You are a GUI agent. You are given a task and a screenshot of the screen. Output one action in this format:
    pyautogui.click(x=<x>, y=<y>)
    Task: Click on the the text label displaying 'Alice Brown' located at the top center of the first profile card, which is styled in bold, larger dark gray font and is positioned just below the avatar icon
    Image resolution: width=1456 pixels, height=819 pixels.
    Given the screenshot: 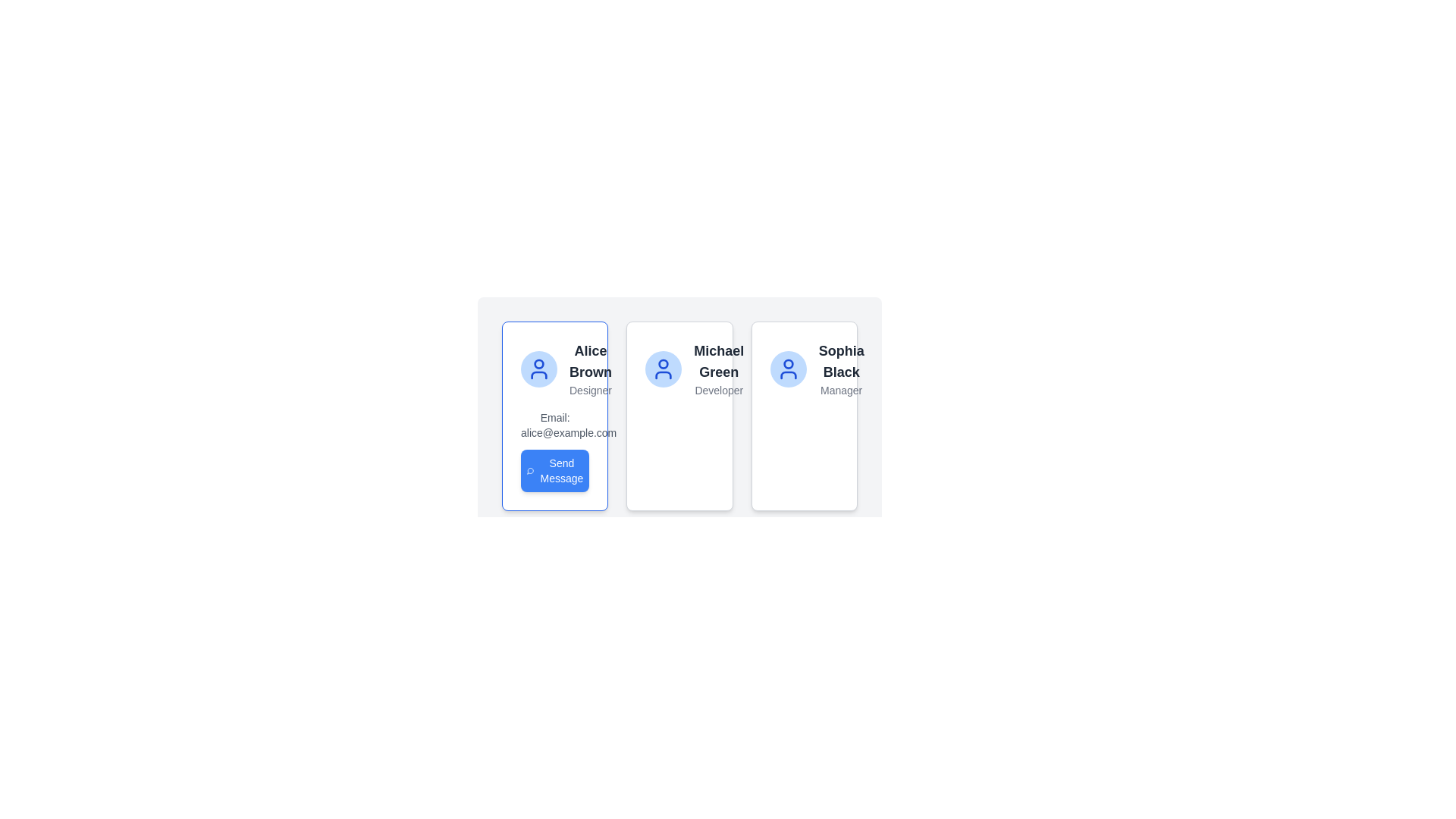 What is the action you would take?
    pyautogui.click(x=589, y=362)
    